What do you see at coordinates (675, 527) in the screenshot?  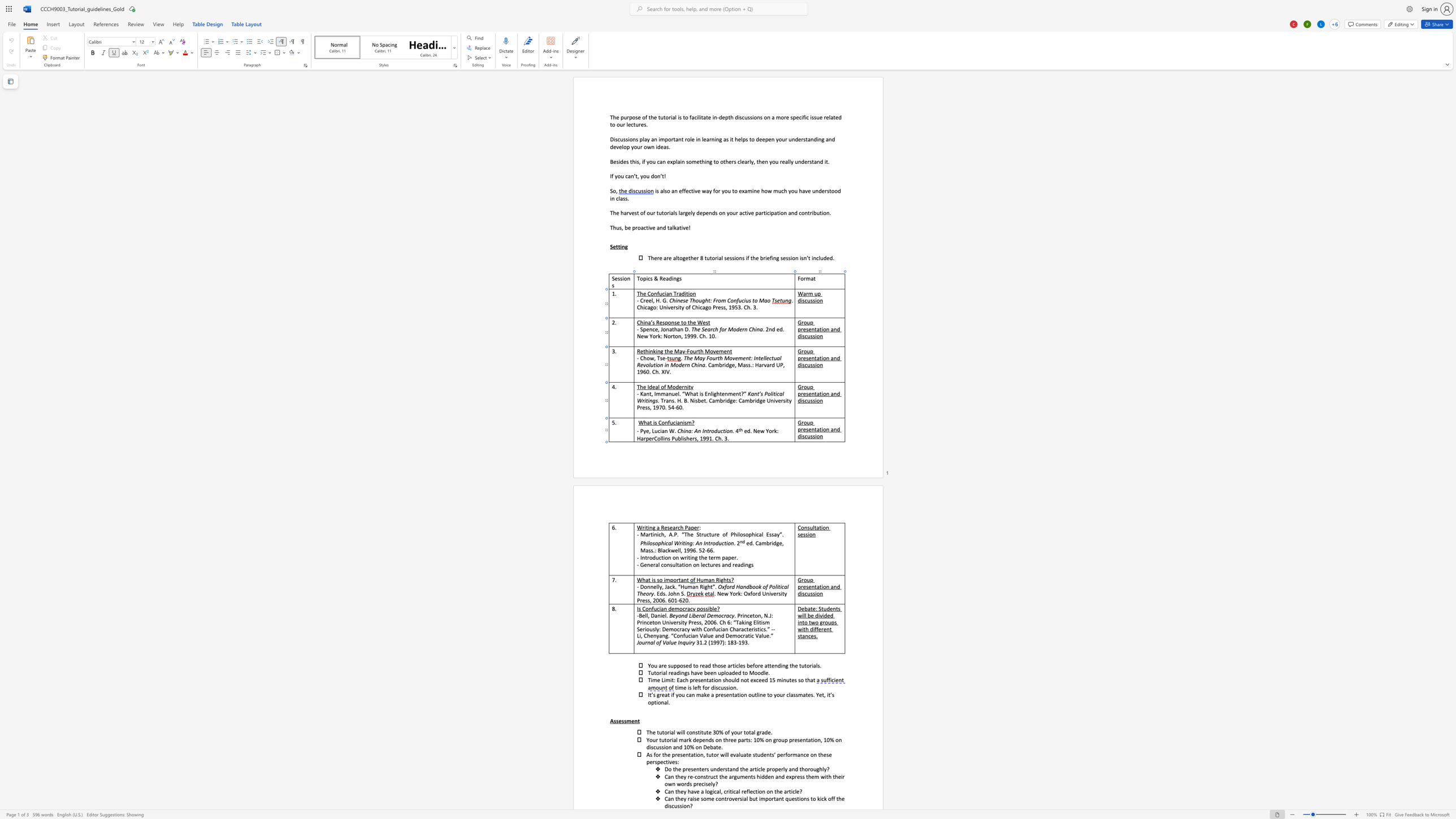 I see `the space between the continuous character "a" and "r" in the text` at bounding box center [675, 527].